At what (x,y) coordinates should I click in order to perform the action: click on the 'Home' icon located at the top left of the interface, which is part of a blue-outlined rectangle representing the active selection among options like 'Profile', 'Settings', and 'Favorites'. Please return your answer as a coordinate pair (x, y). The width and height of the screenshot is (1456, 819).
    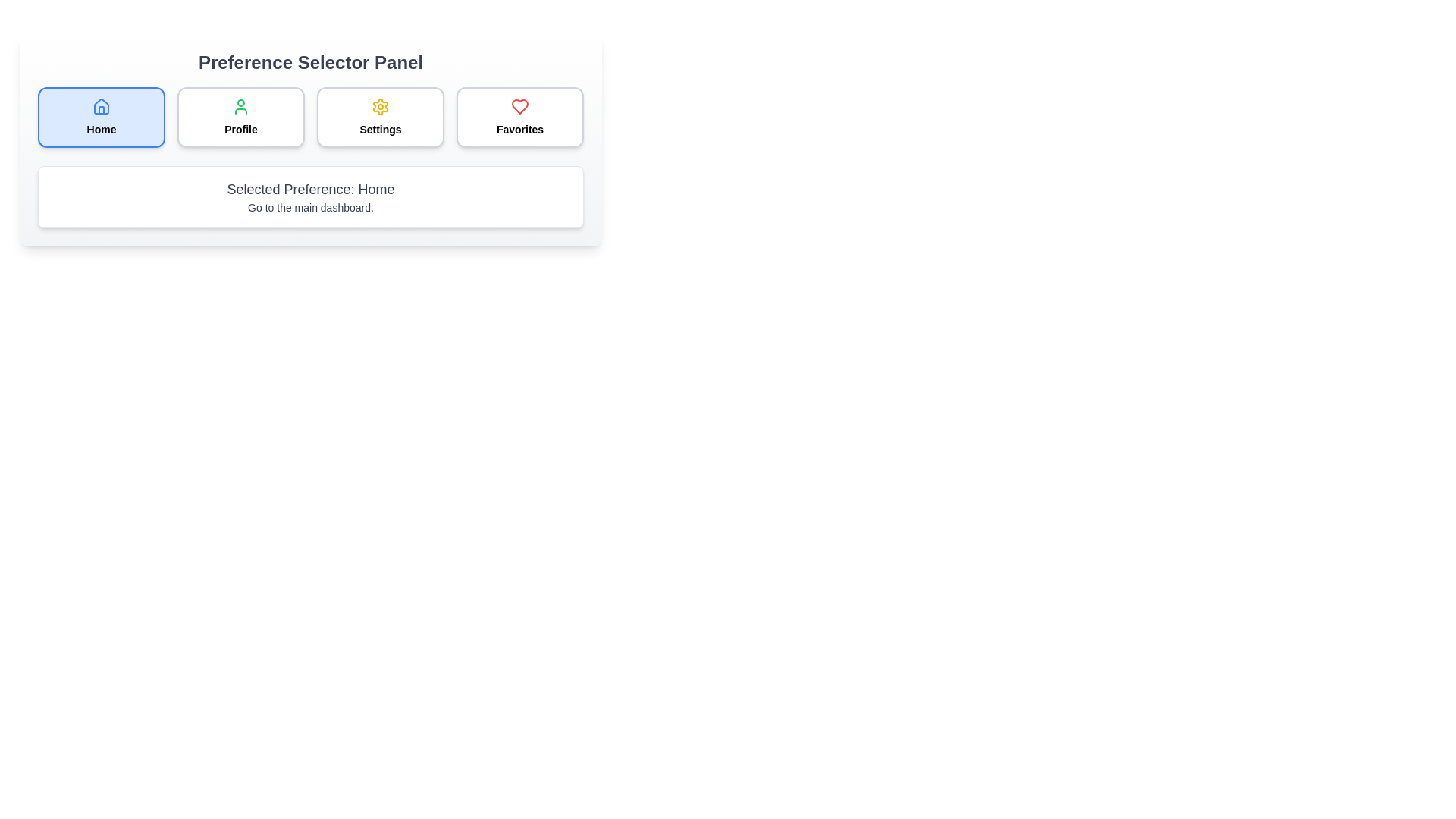
    Looking at the image, I should click on (101, 105).